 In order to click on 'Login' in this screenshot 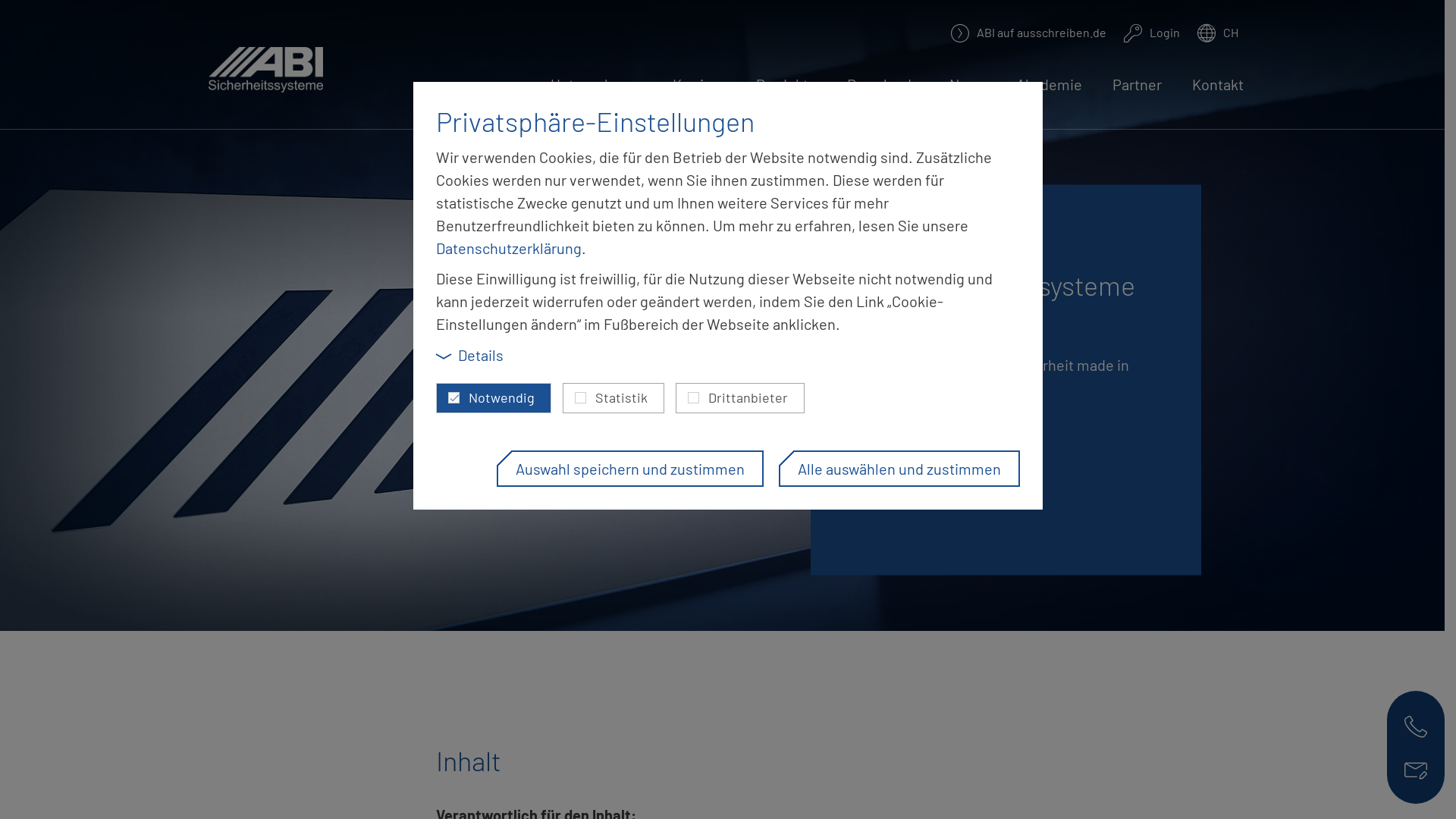, I will do `click(1151, 32)`.